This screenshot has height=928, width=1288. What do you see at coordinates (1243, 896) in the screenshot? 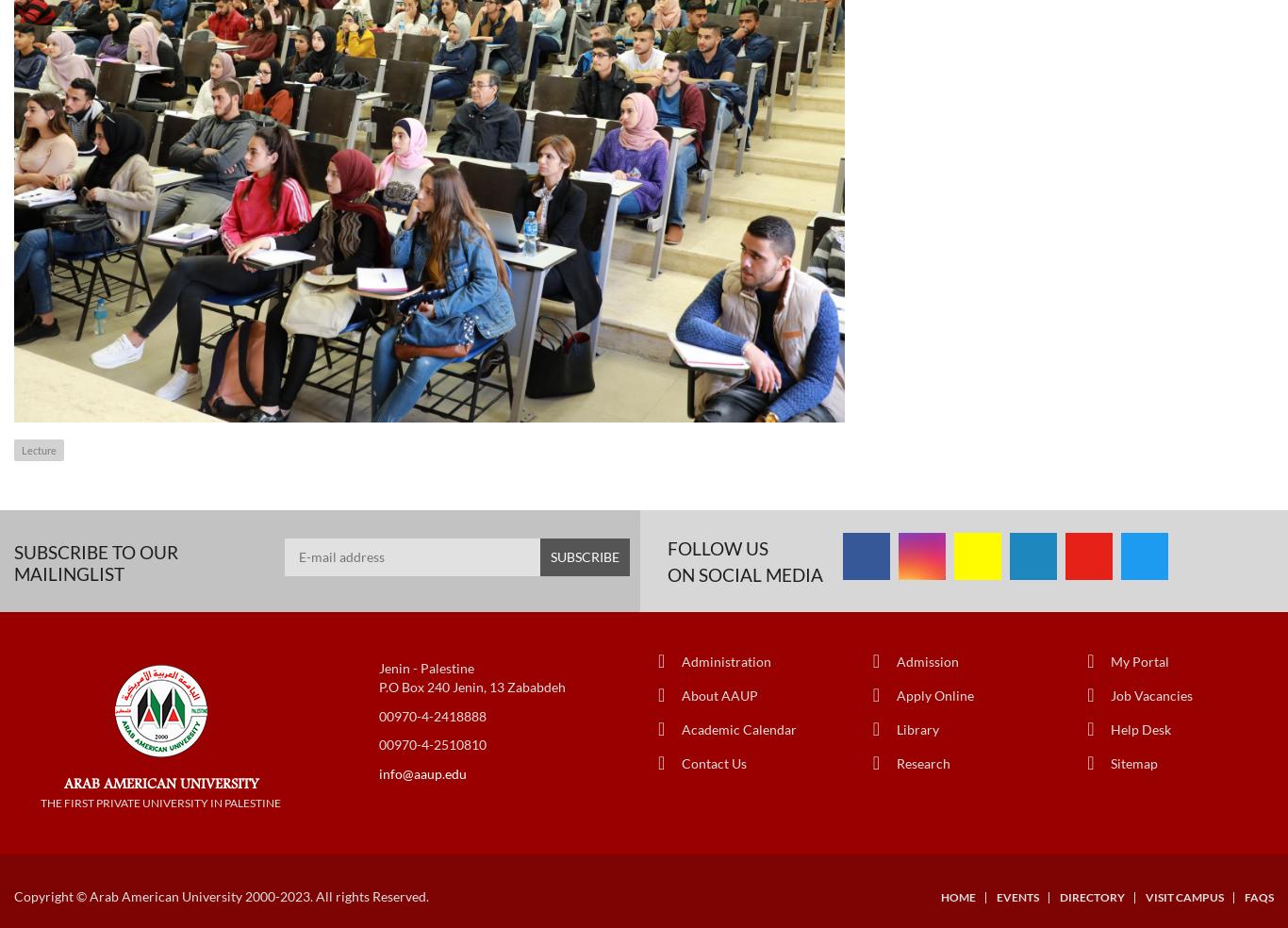
I see `'FAQs'` at bounding box center [1243, 896].